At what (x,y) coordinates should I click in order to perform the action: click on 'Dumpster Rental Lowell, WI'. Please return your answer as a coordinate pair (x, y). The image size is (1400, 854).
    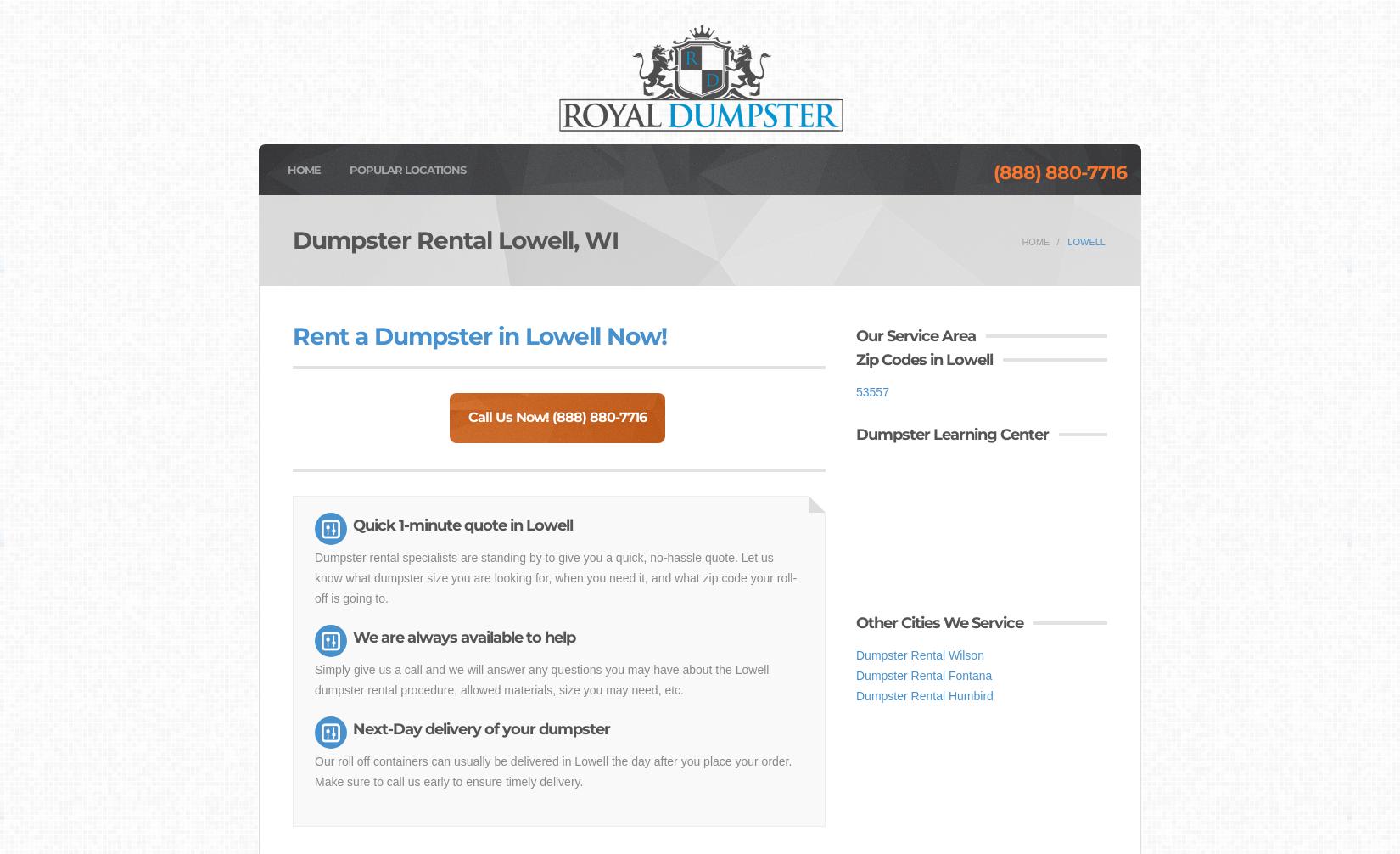
    Looking at the image, I should click on (455, 239).